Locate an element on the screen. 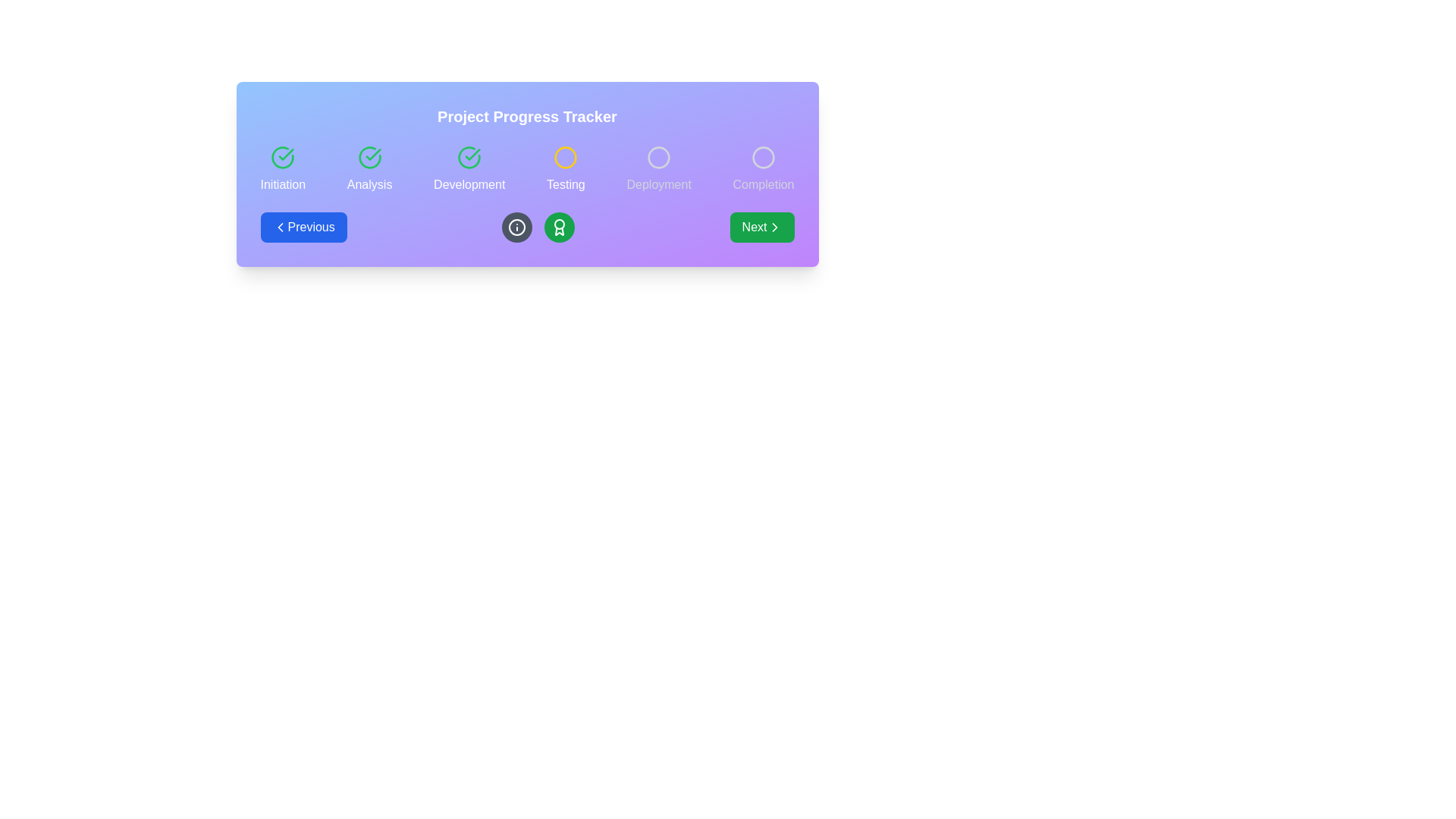 The height and width of the screenshot is (819, 1456). the informational help icon button located in the horizontal navigation panel between the 'Previous' and 'Next' buttons is located at coordinates (527, 227).